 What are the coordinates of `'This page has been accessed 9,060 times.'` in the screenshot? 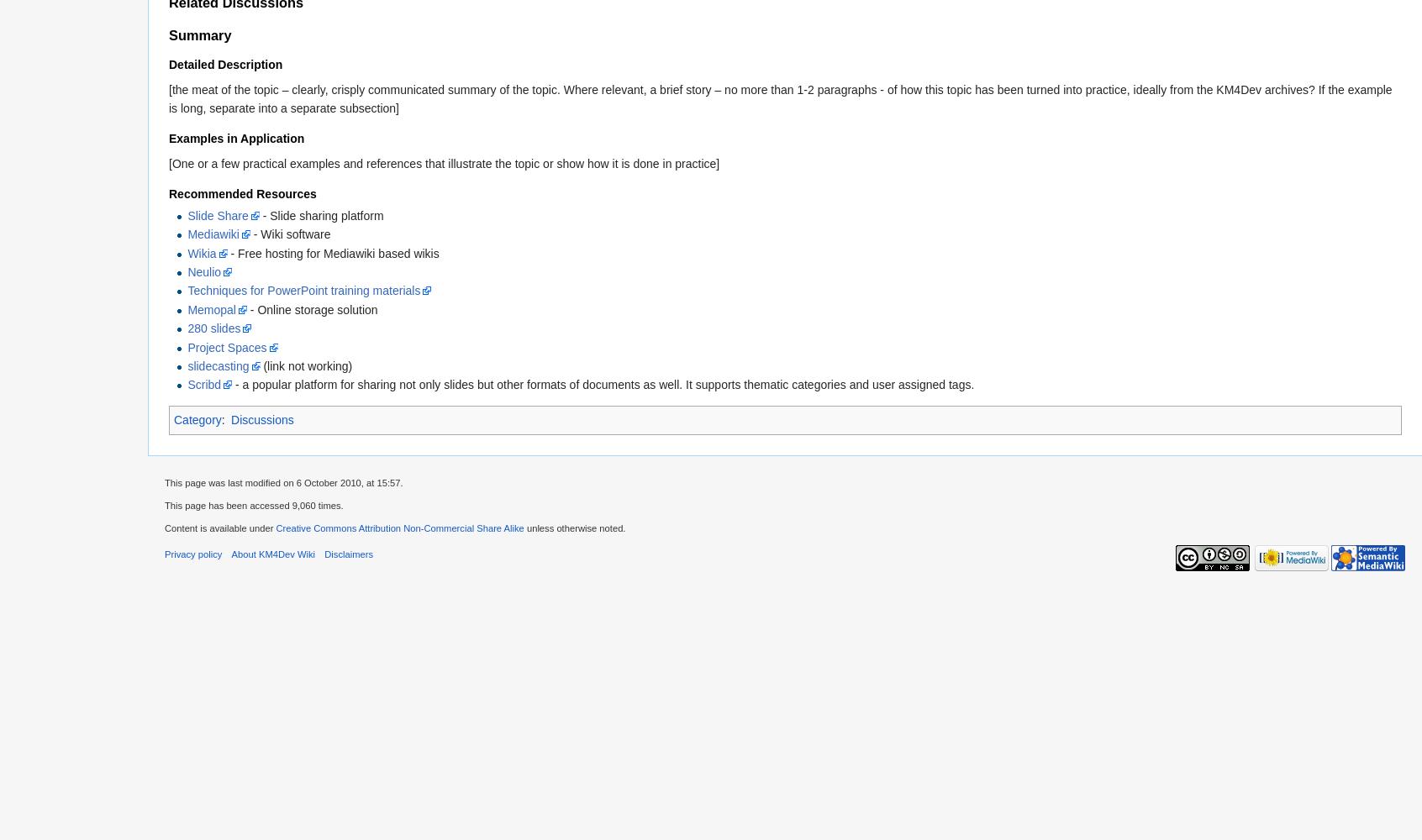 It's located at (253, 505).